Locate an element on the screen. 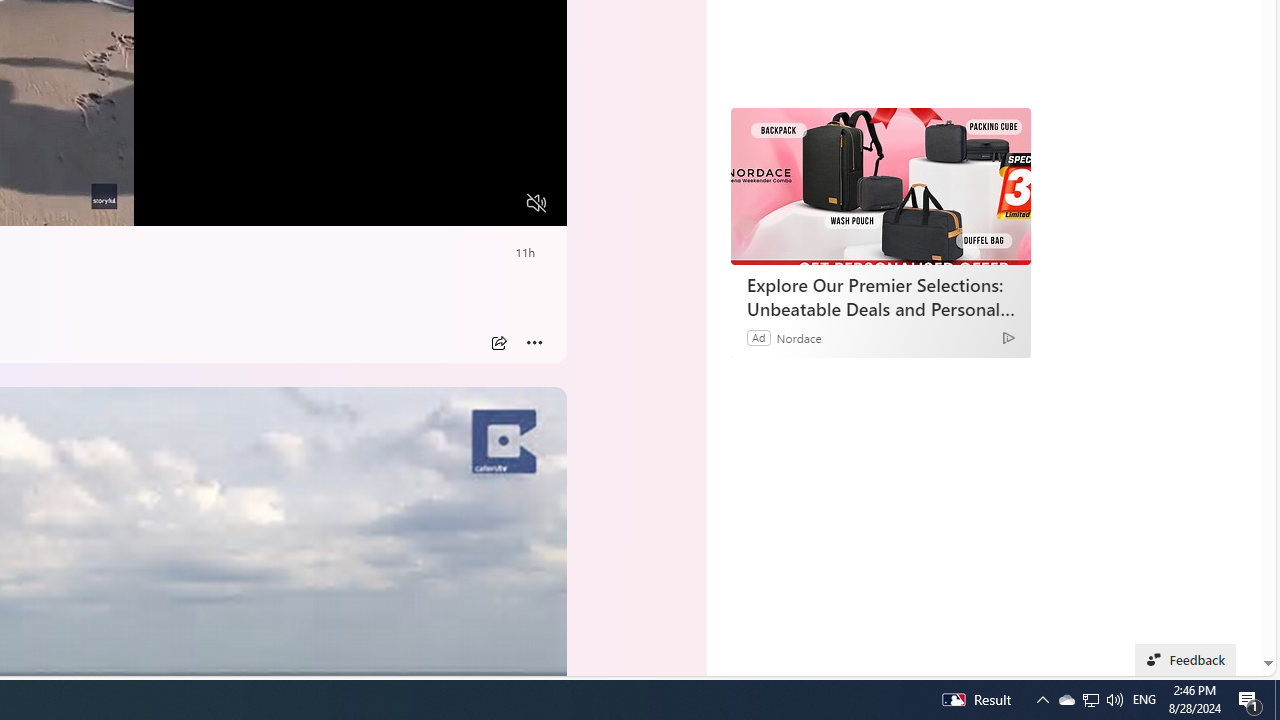 The width and height of the screenshot is (1280, 720). 'Share' is located at coordinates (498, 342).